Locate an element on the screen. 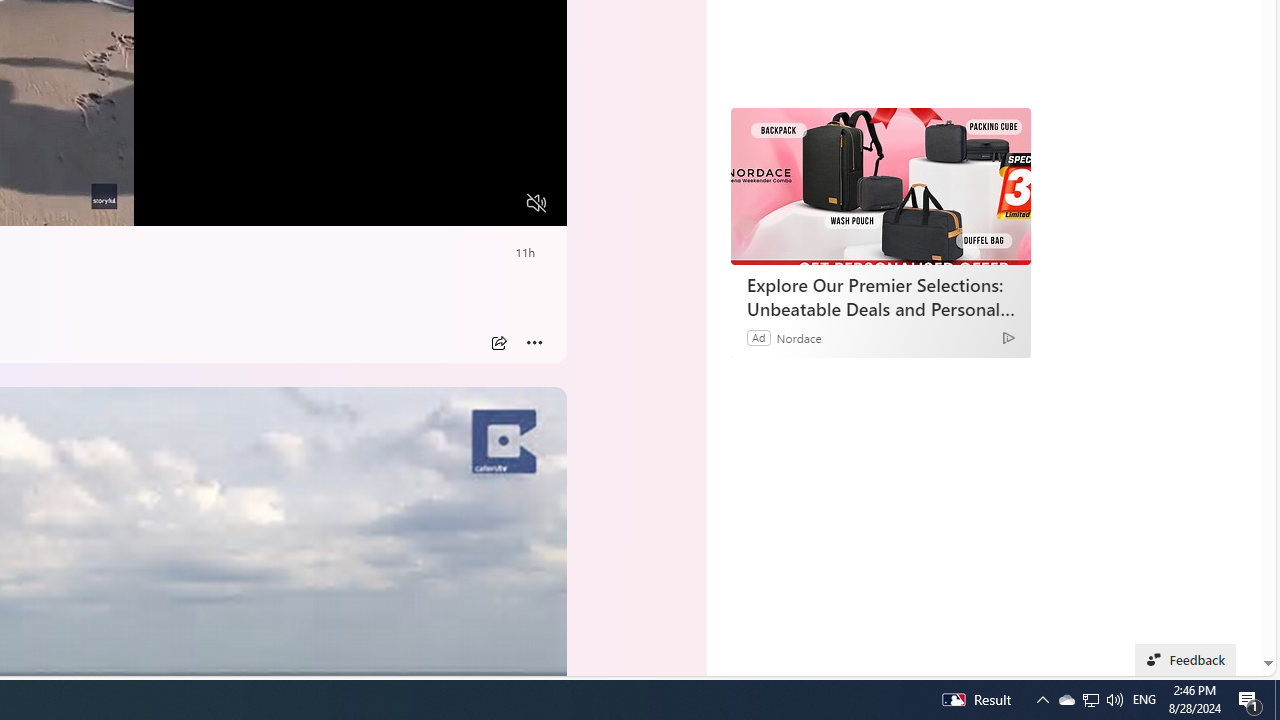 The width and height of the screenshot is (1280, 720). 'Share' is located at coordinates (498, 342).